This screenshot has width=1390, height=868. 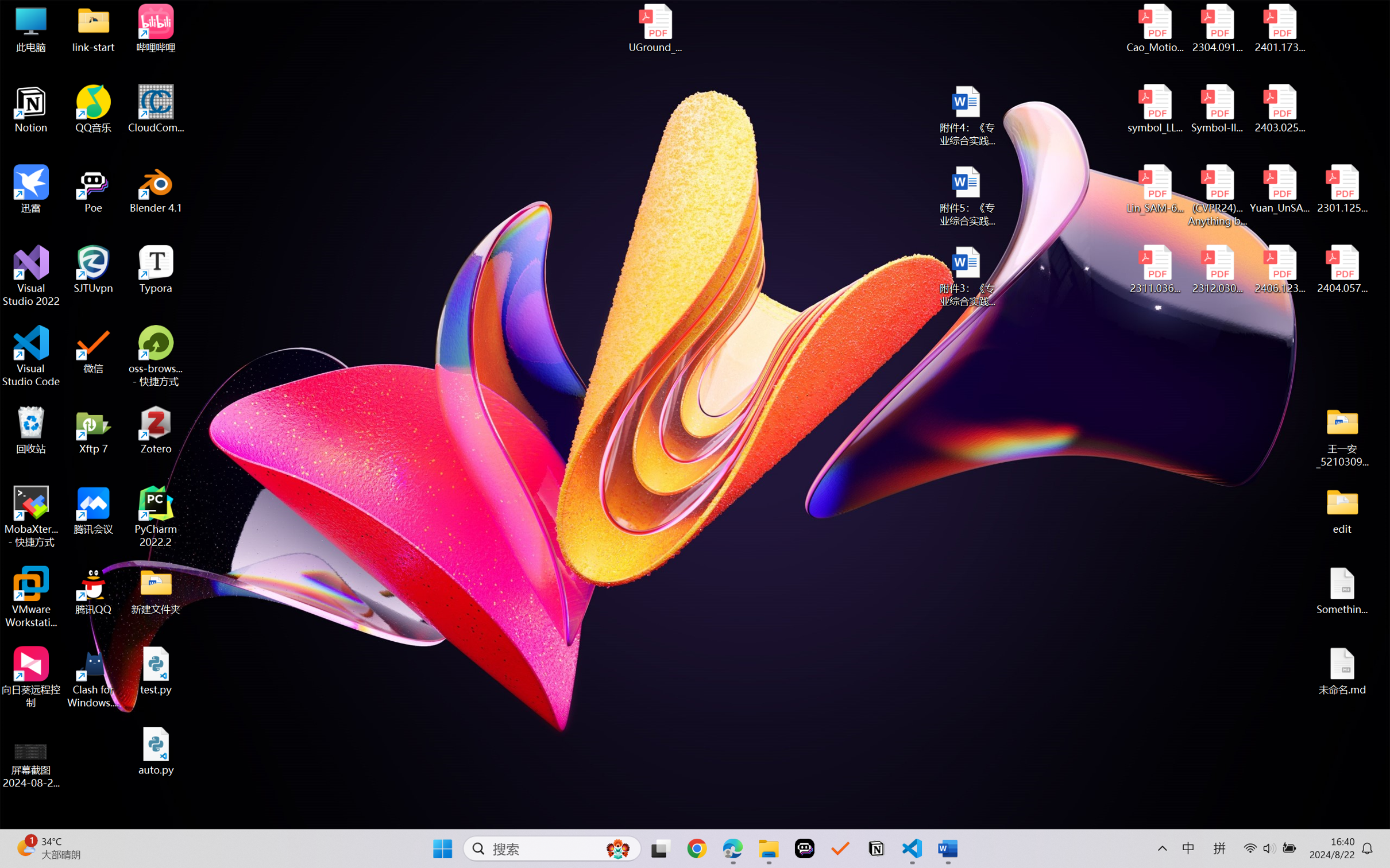 What do you see at coordinates (94, 188) in the screenshot?
I see `'Poe'` at bounding box center [94, 188].